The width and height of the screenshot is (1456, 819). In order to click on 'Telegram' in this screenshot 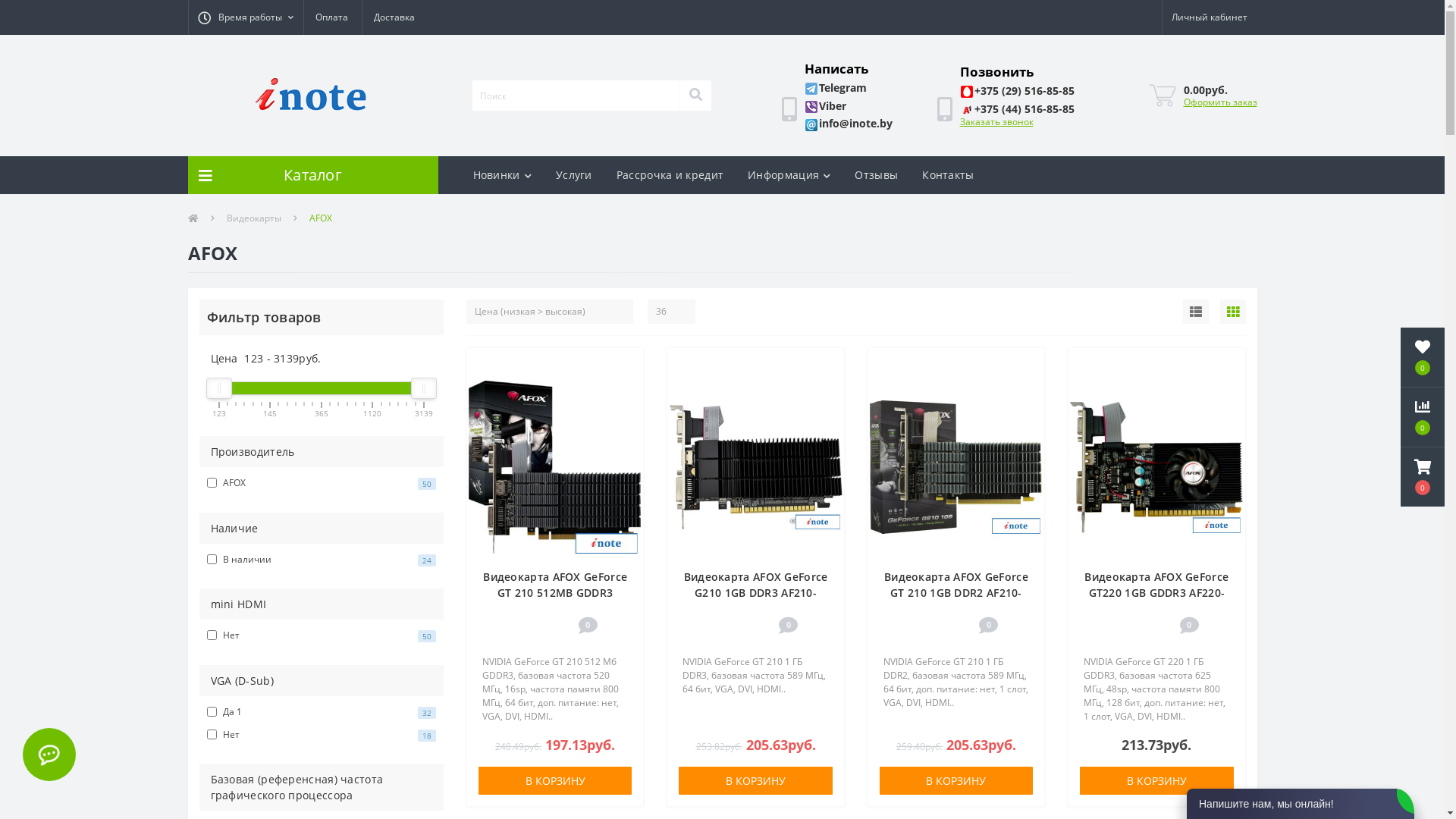, I will do `click(834, 87)`.